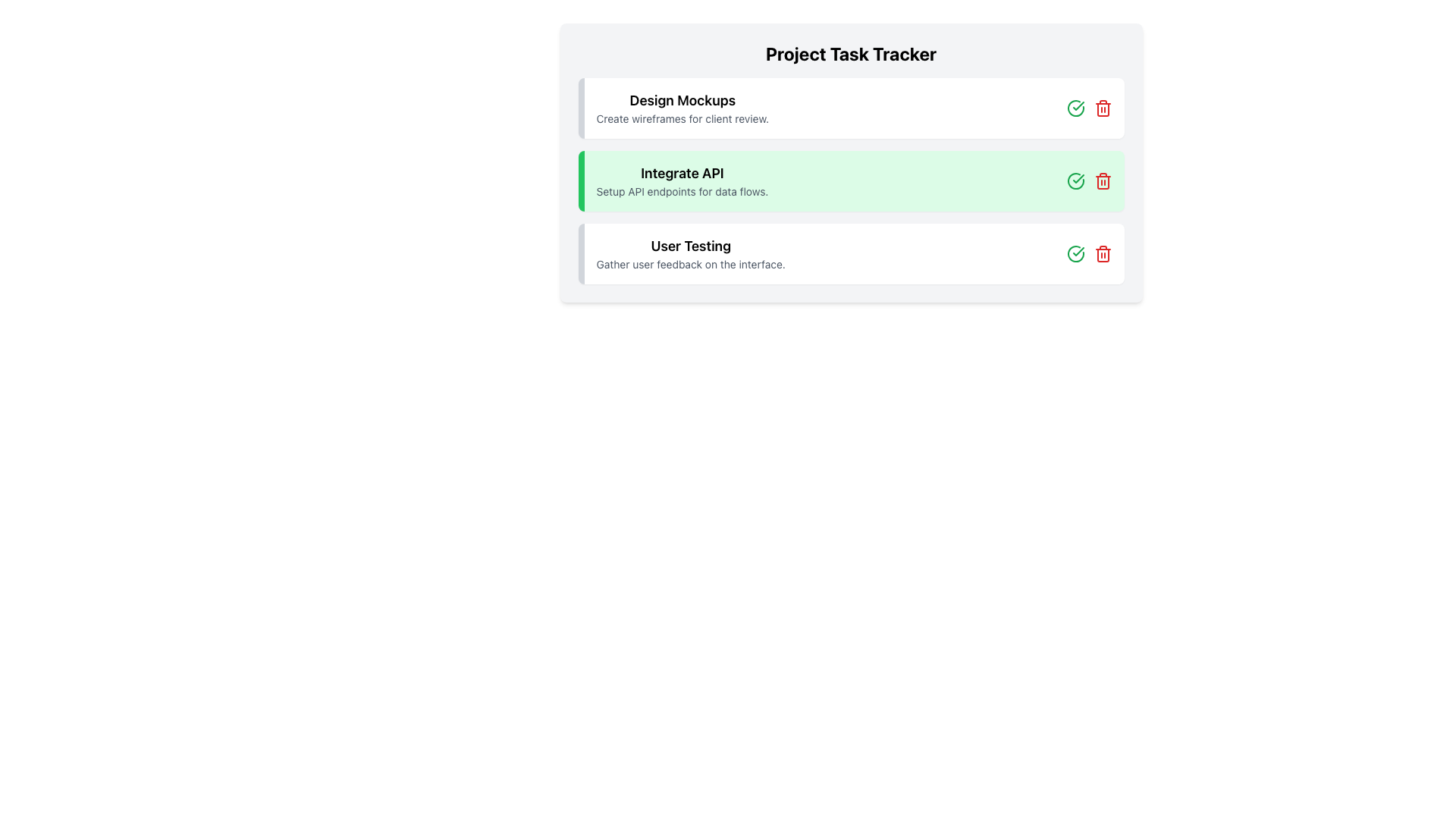 The image size is (1456, 819). What do you see at coordinates (851, 180) in the screenshot?
I see `task information from the second item in the 'Project Task Tracker' section, which is positioned between 'Design Mockups' and 'User Testing'` at bounding box center [851, 180].